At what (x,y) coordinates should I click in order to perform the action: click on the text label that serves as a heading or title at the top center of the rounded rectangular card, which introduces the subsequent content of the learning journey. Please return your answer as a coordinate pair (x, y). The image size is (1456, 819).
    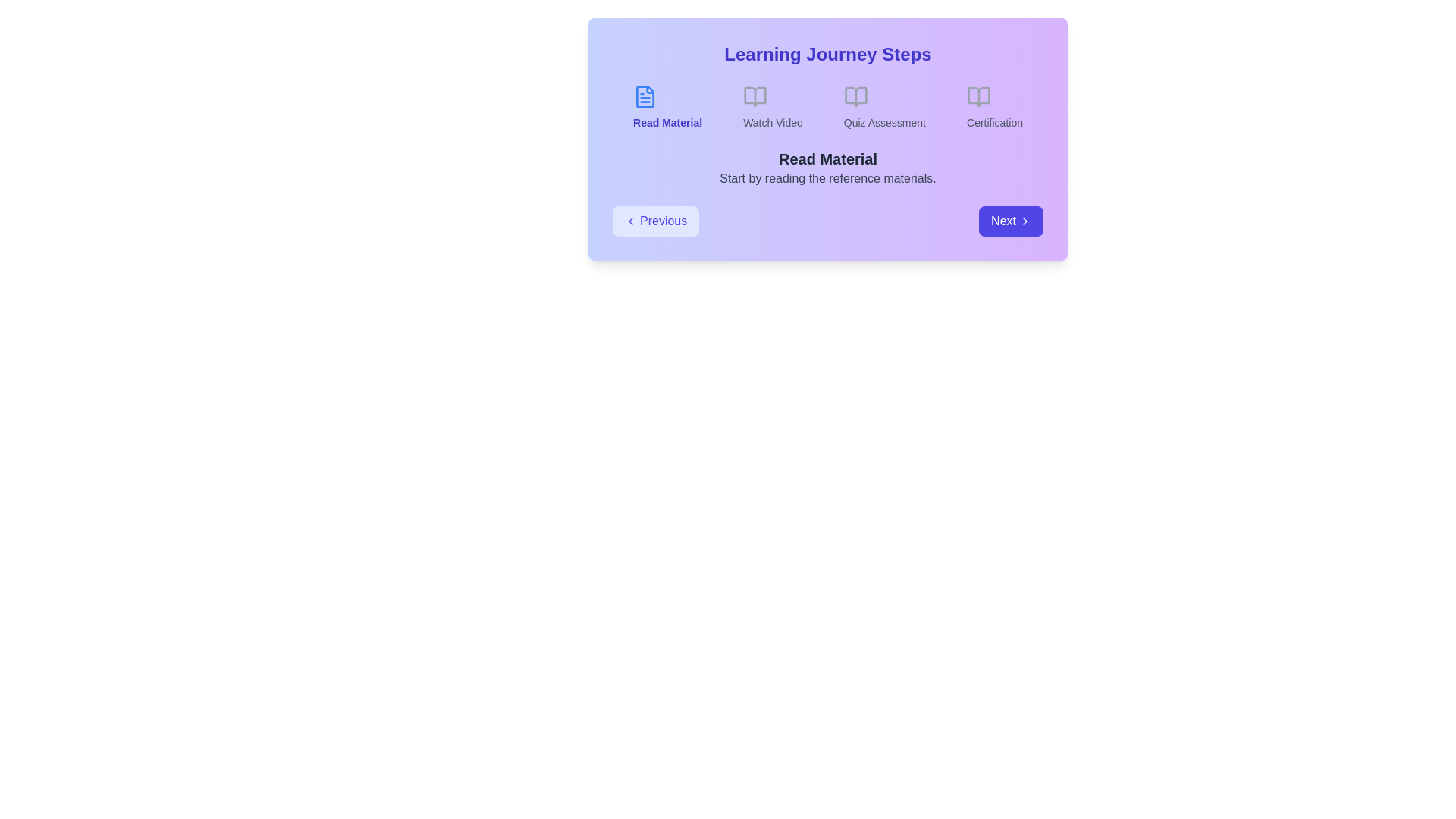
    Looking at the image, I should click on (827, 54).